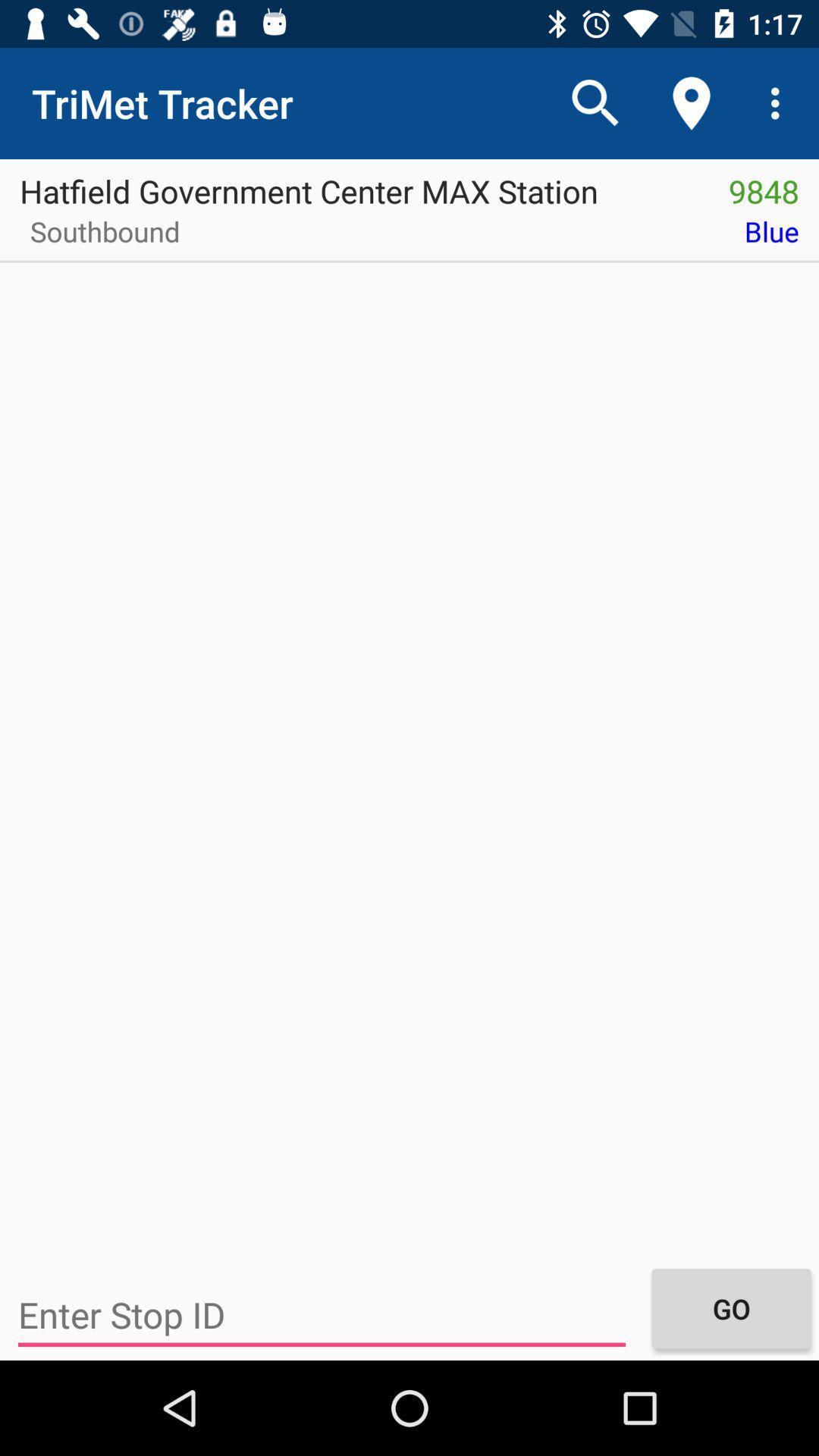  What do you see at coordinates (764, 185) in the screenshot?
I see `9848 icon` at bounding box center [764, 185].